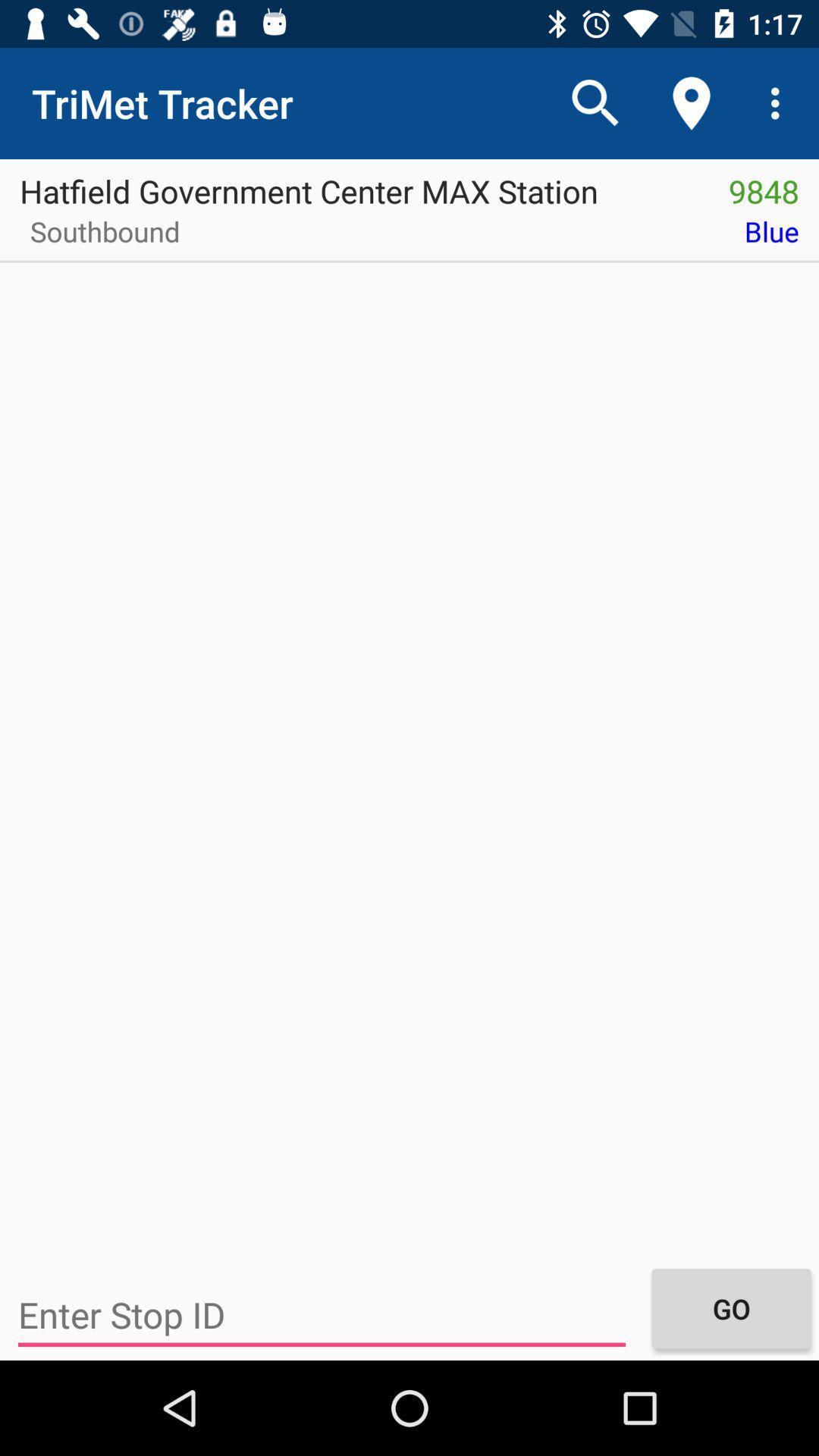  What do you see at coordinates (764, 185) in the screenshot?
I see `9848 icon` at bounding box center [764, 185].